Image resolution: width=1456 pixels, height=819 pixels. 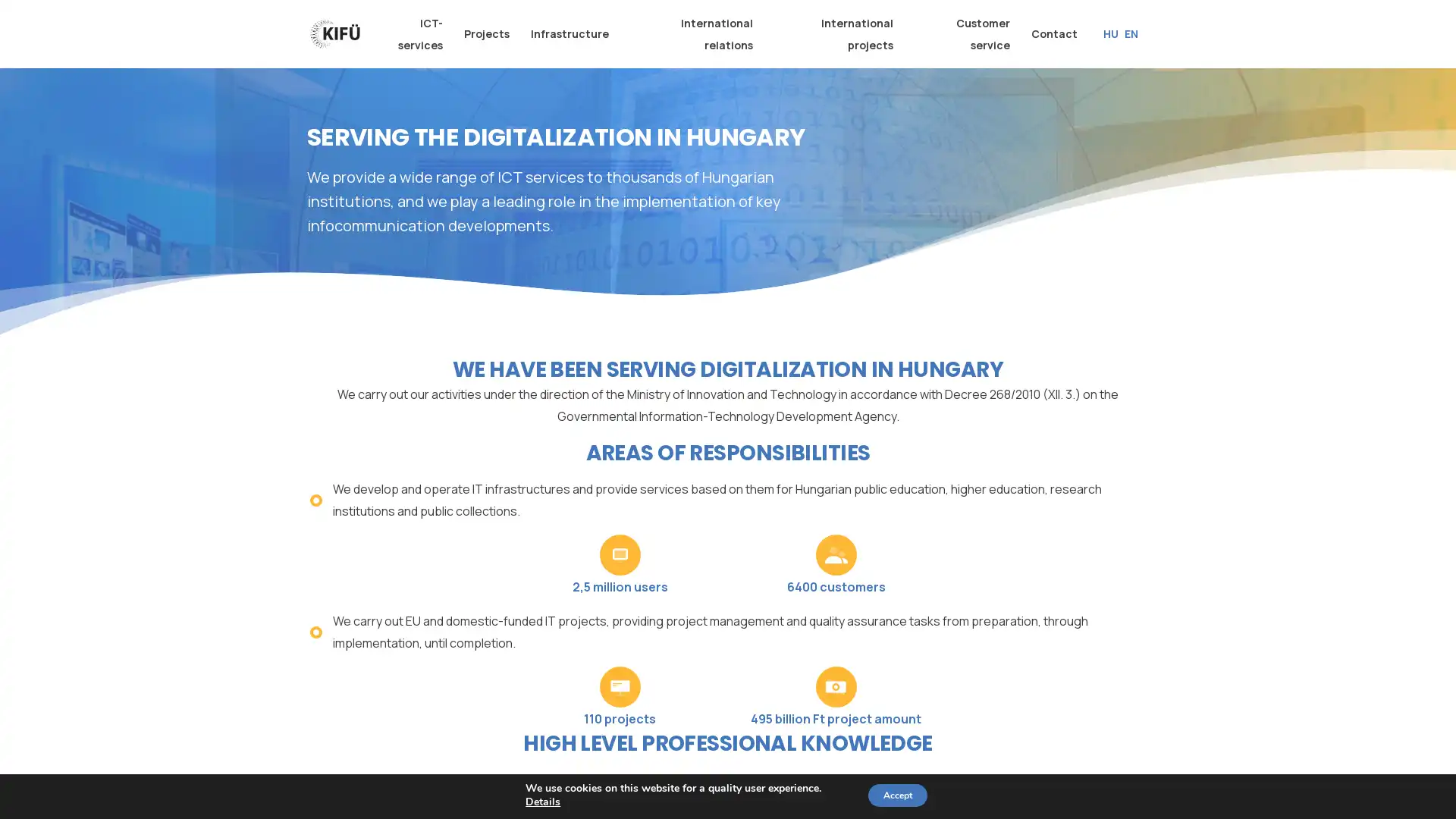 What do you see at coordinates (896, 795) in the screenshot?
I see `Accept` at bounding box center [896, 795].